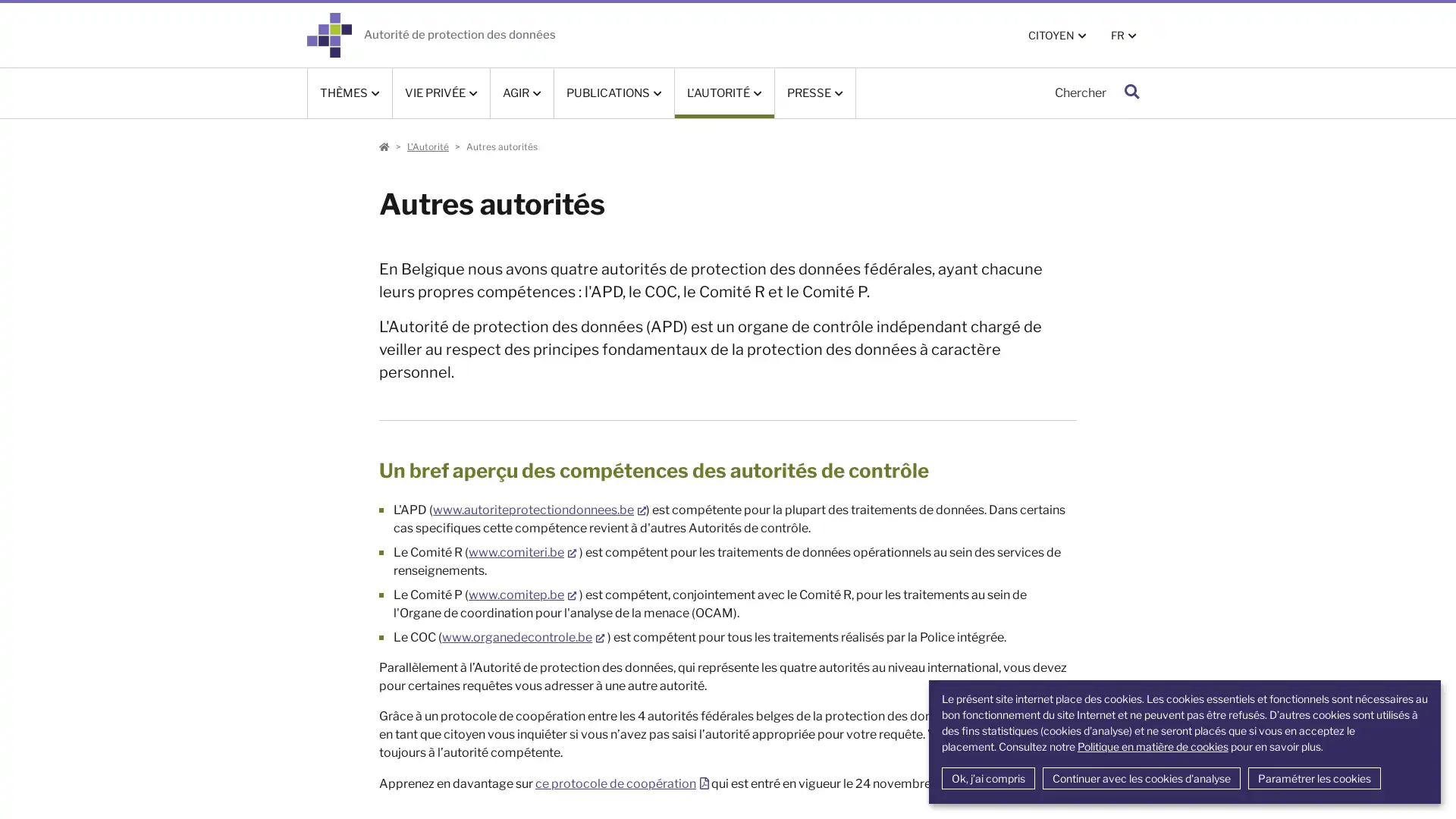  What do you see at coordinates (1141, 778) in the screenshot?
I see `Continuer avec les cookies d'analyse` at bounding box center [1141, 778].